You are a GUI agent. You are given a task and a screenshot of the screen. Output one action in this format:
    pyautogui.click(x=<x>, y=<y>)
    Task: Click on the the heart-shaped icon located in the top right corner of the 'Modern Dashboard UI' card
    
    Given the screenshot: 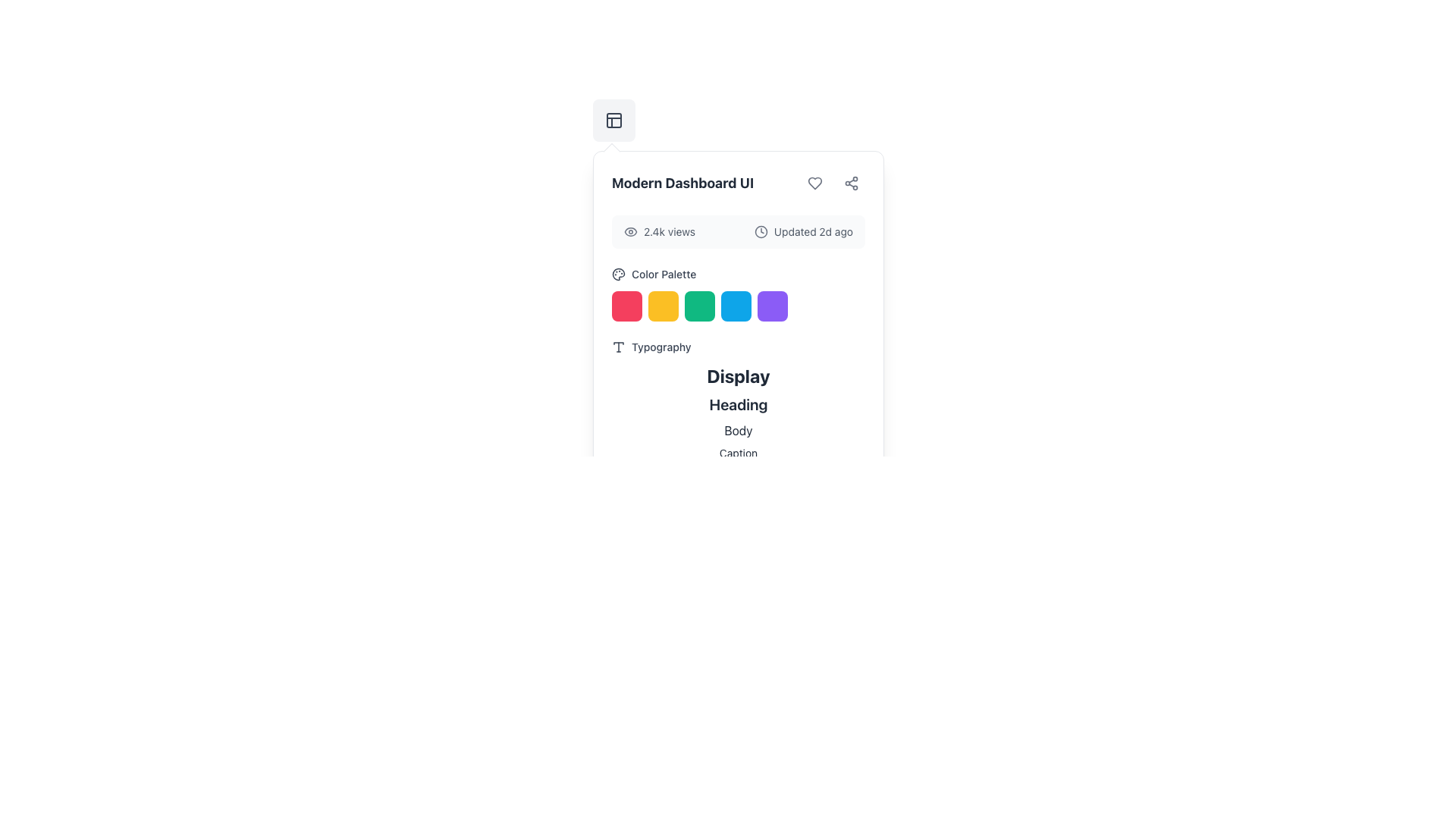 What is the action you would take?
    pyautogui.click(x=814, y=183)
    